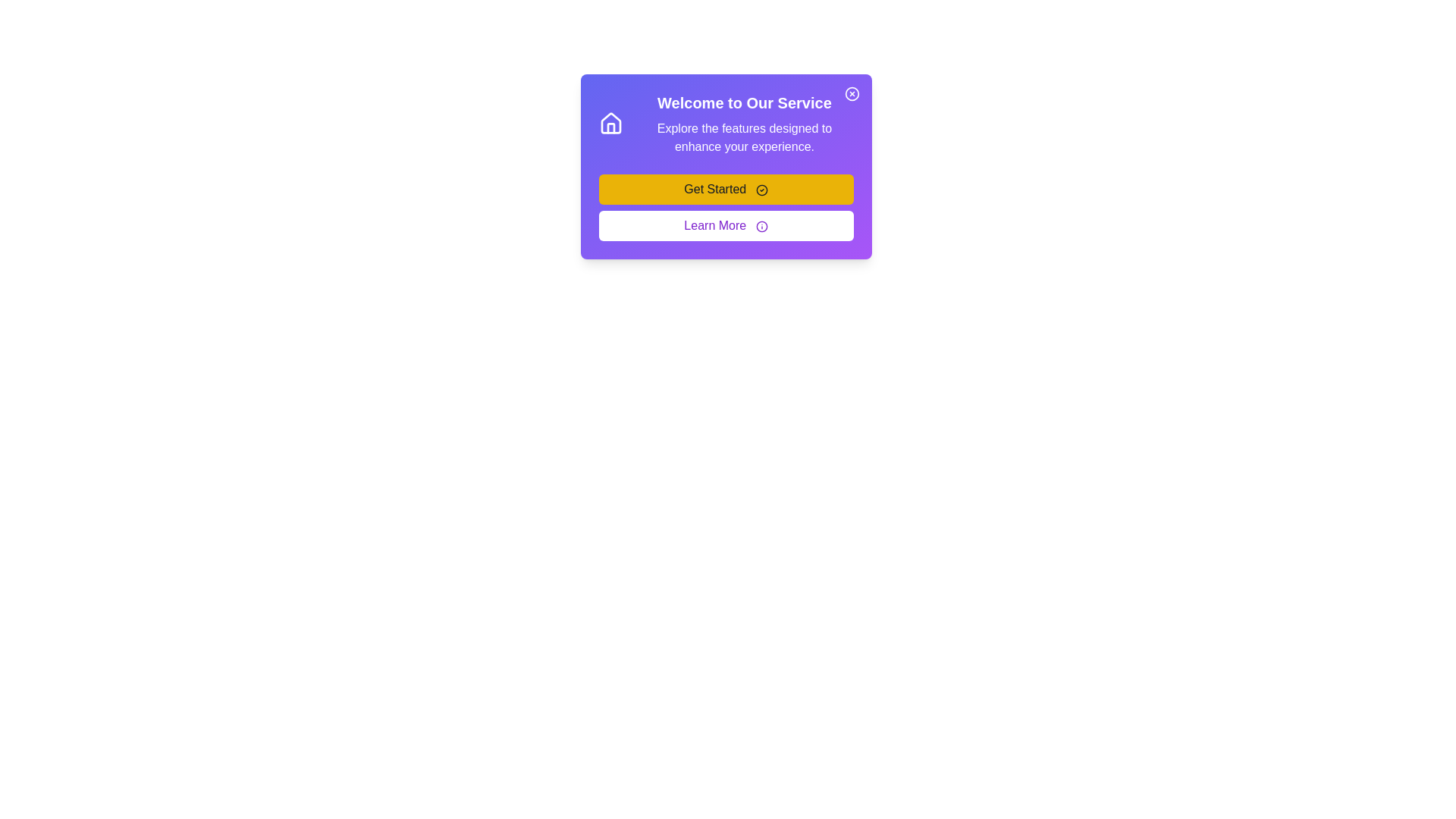  I want to click on text label displaying 'Welcome to Our Service', which is prominently positioned at the top center of the interface against a purple background, so click(744, 102).